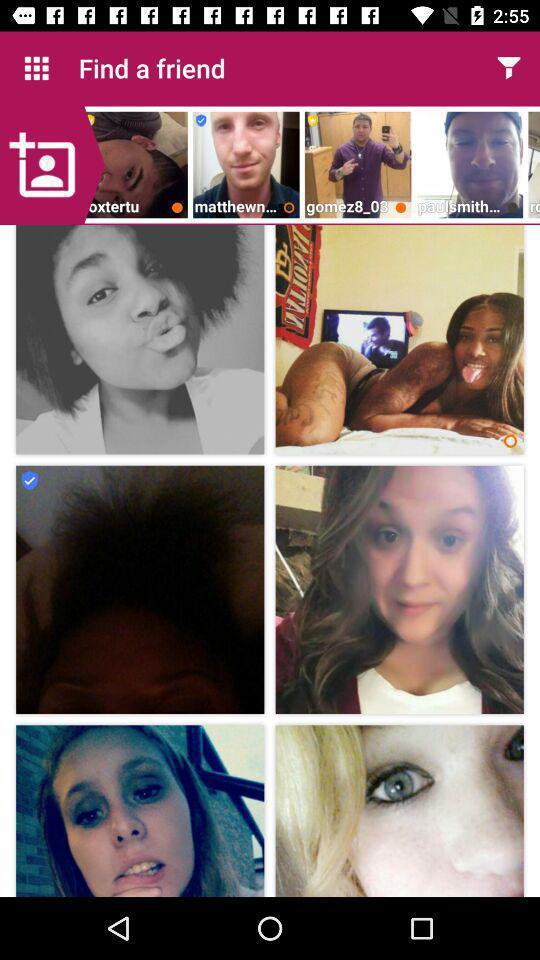 The image size is (540, 960). Describe the element at coordinates (508, 68) in the screenshot. I see `the icon to the right of the find a friend item` at that location.